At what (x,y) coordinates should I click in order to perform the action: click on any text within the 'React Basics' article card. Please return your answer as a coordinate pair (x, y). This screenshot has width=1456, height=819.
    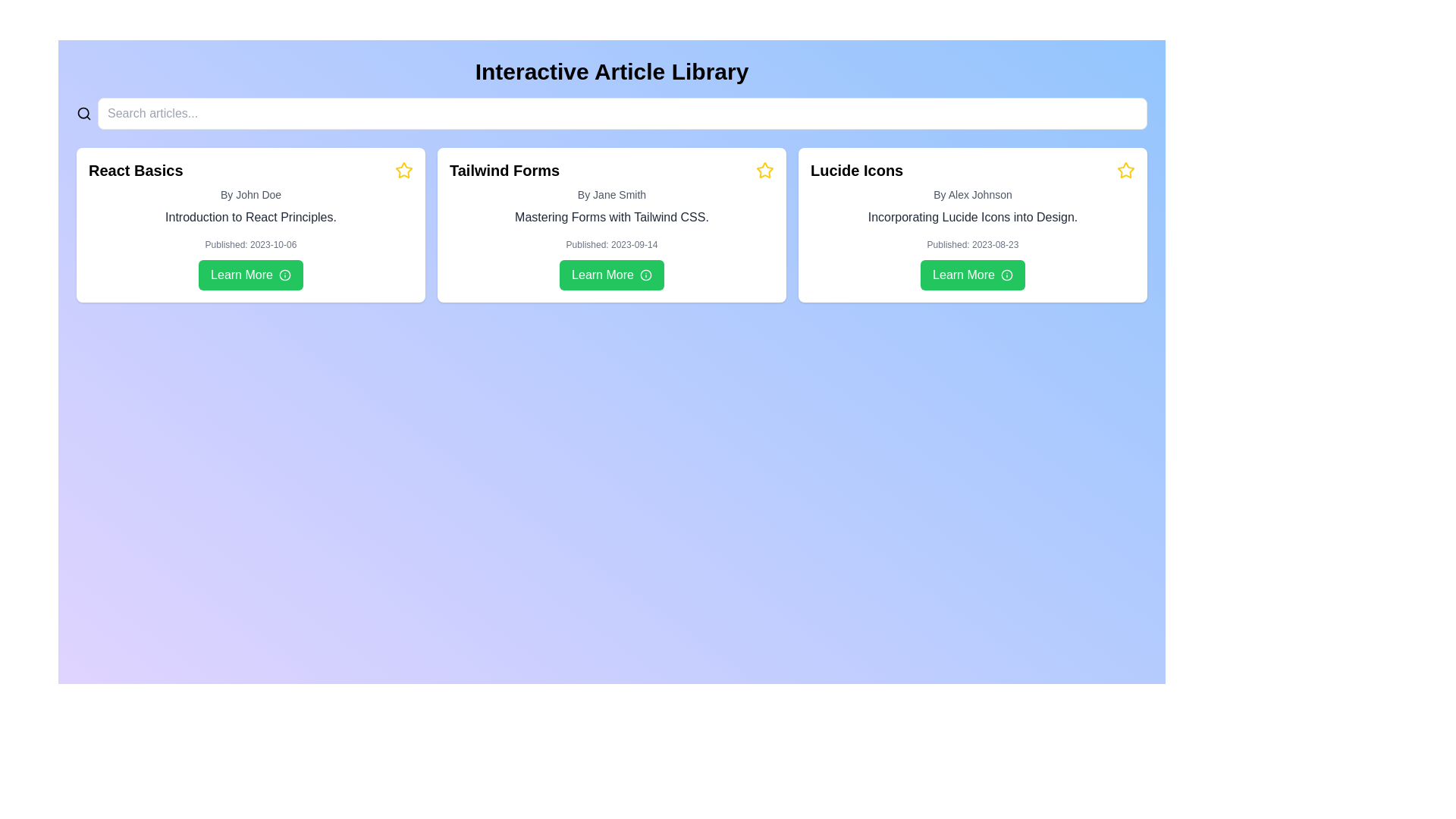
    Looking at the image, I should click on (251, 225).